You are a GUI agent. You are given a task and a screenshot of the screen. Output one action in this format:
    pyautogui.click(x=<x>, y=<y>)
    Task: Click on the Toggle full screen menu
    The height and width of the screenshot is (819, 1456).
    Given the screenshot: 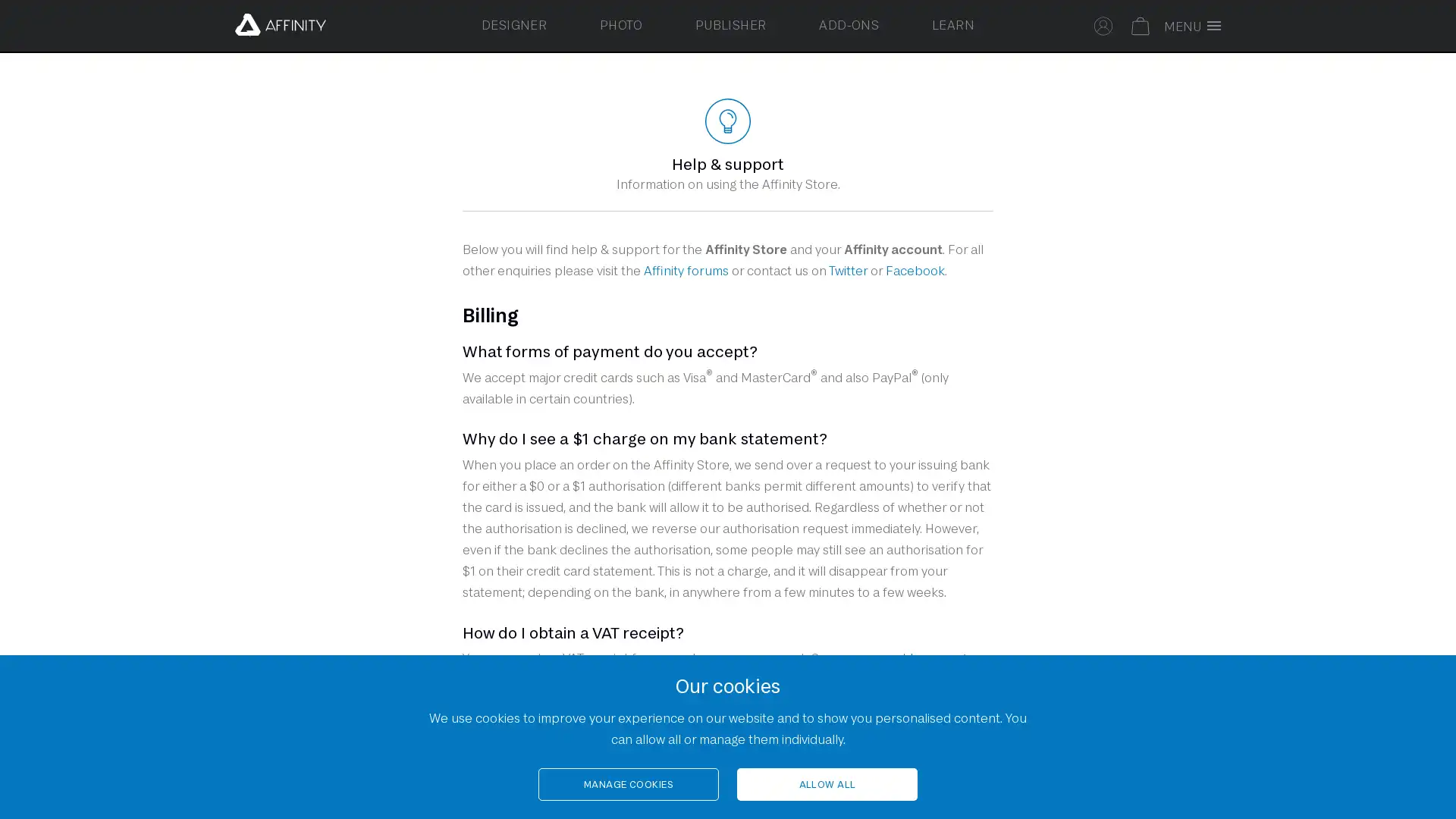 What is the action you would take?
    pyautogui.click(x=1196, y=26)
    